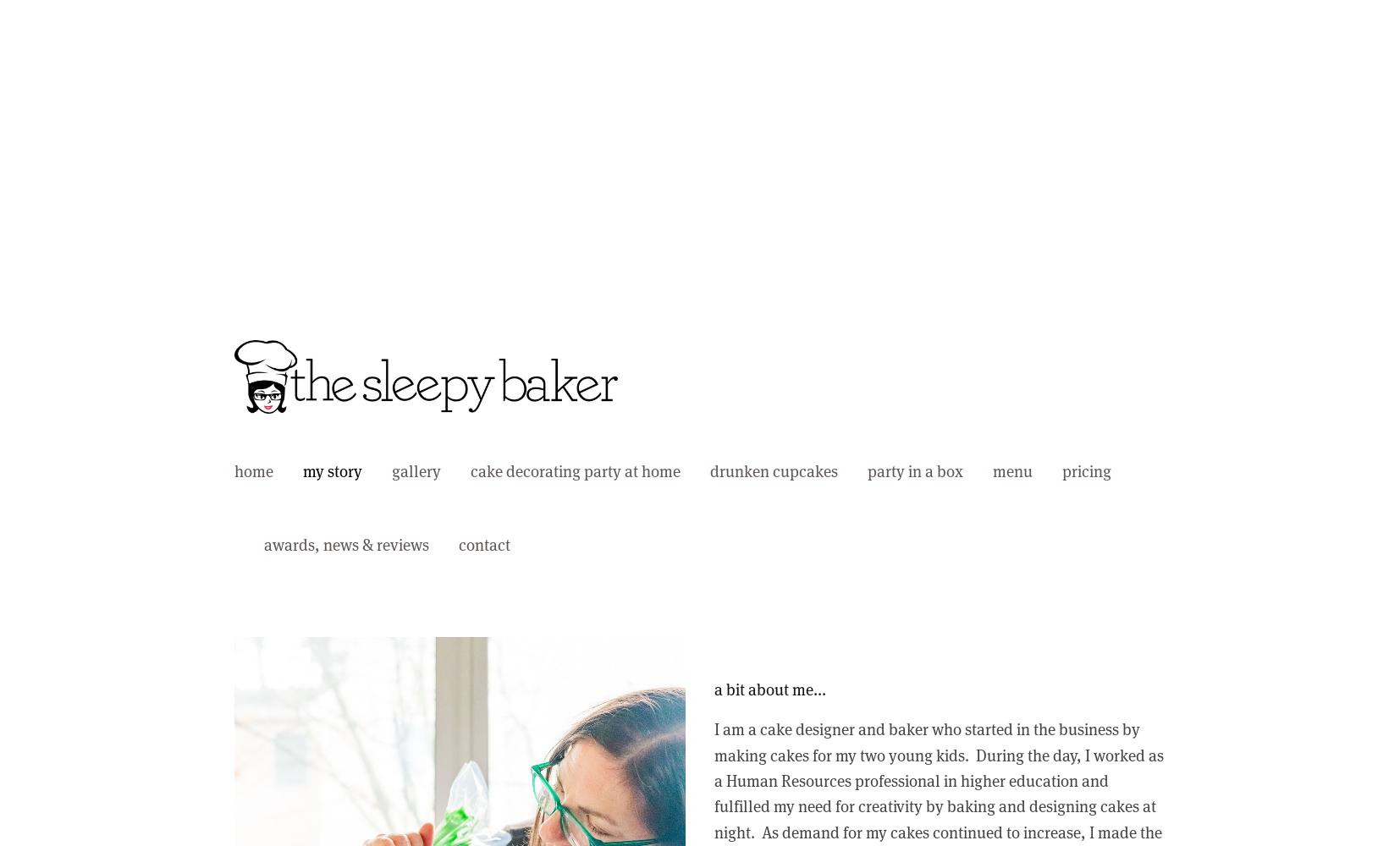  Describe the element at coordinates (416, 470) in the screenshot. I see `'gallery'` at that location.